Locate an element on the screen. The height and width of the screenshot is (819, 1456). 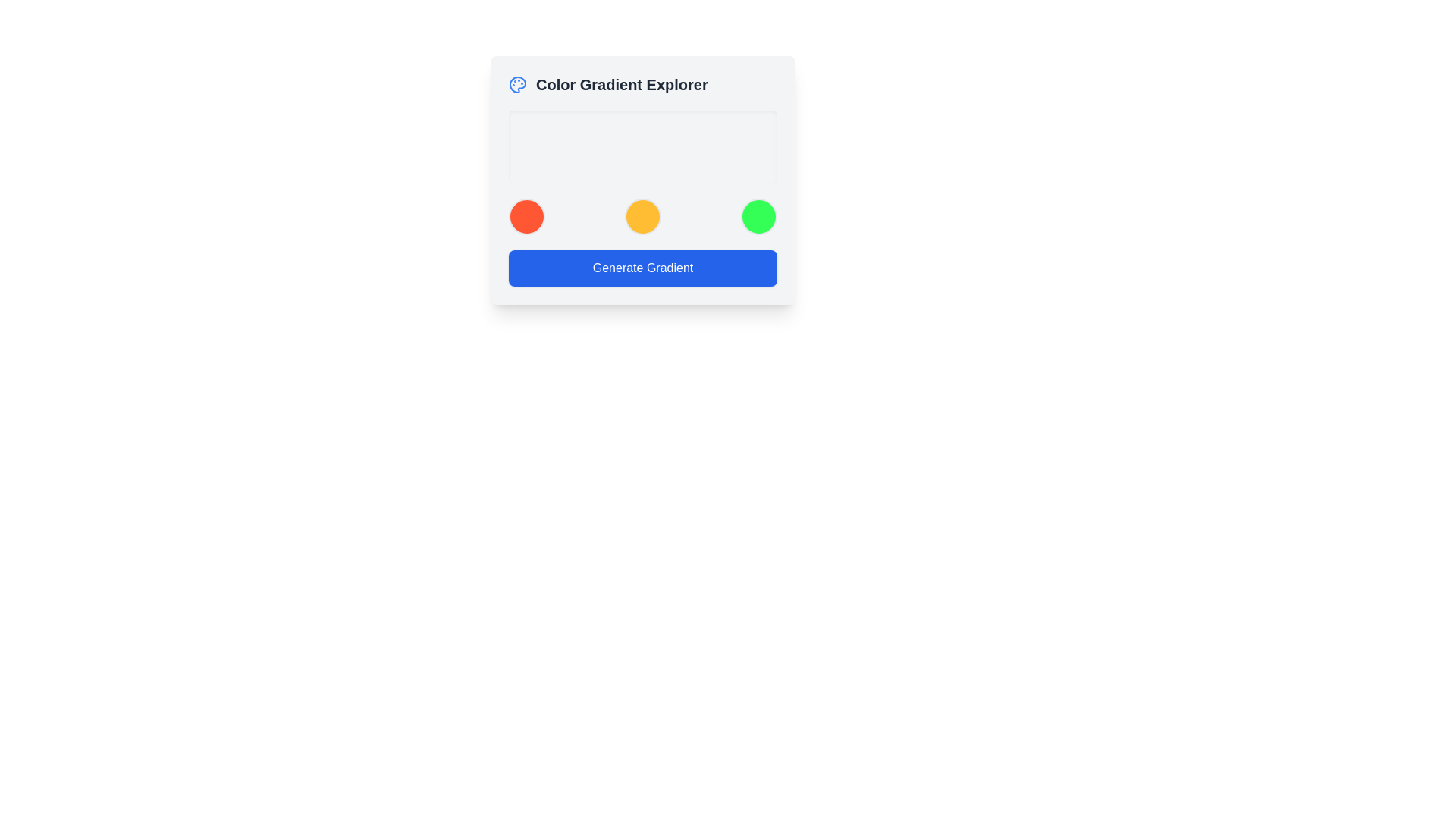
surrounding elements using the SVG palette icon as a visual anchor, which is located at the far left of the header bar in the 'Color Gradient Explorer' section is located at coordinates (517, 84).